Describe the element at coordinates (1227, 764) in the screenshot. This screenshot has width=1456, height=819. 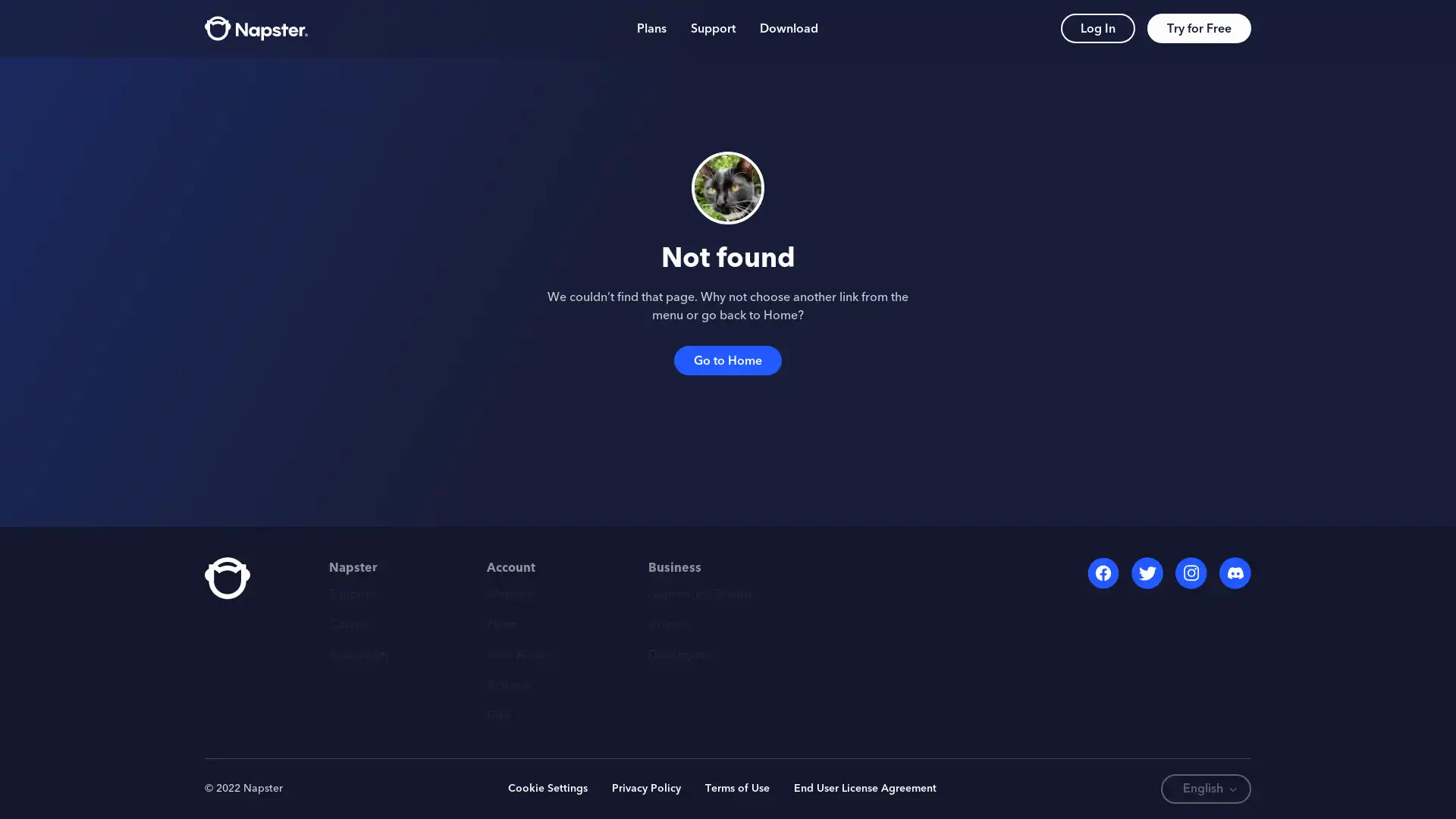
I see `Settings` at that location.